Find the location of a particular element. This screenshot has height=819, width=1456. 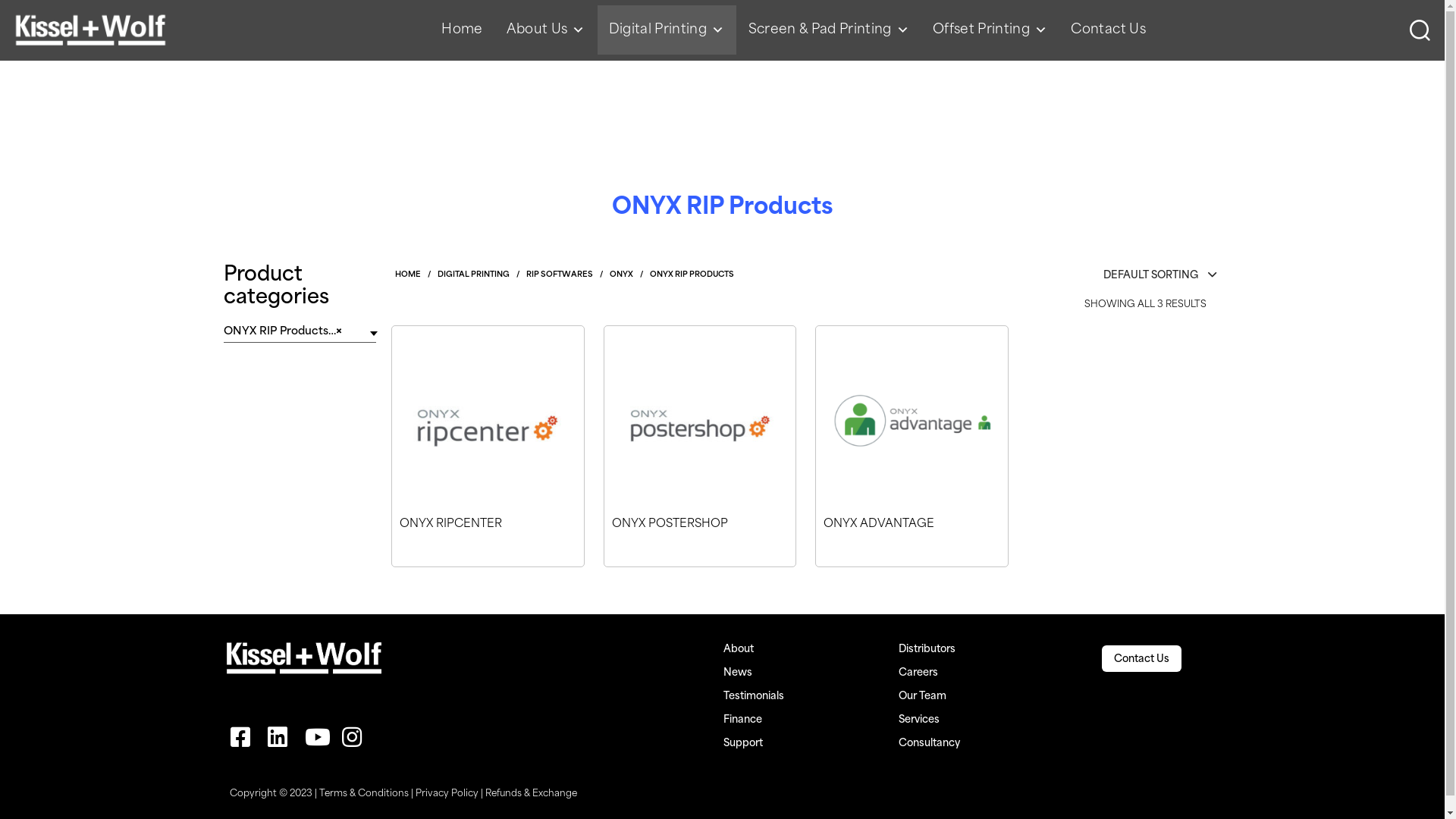

'Distributors' is located at coordinates (926, 648).